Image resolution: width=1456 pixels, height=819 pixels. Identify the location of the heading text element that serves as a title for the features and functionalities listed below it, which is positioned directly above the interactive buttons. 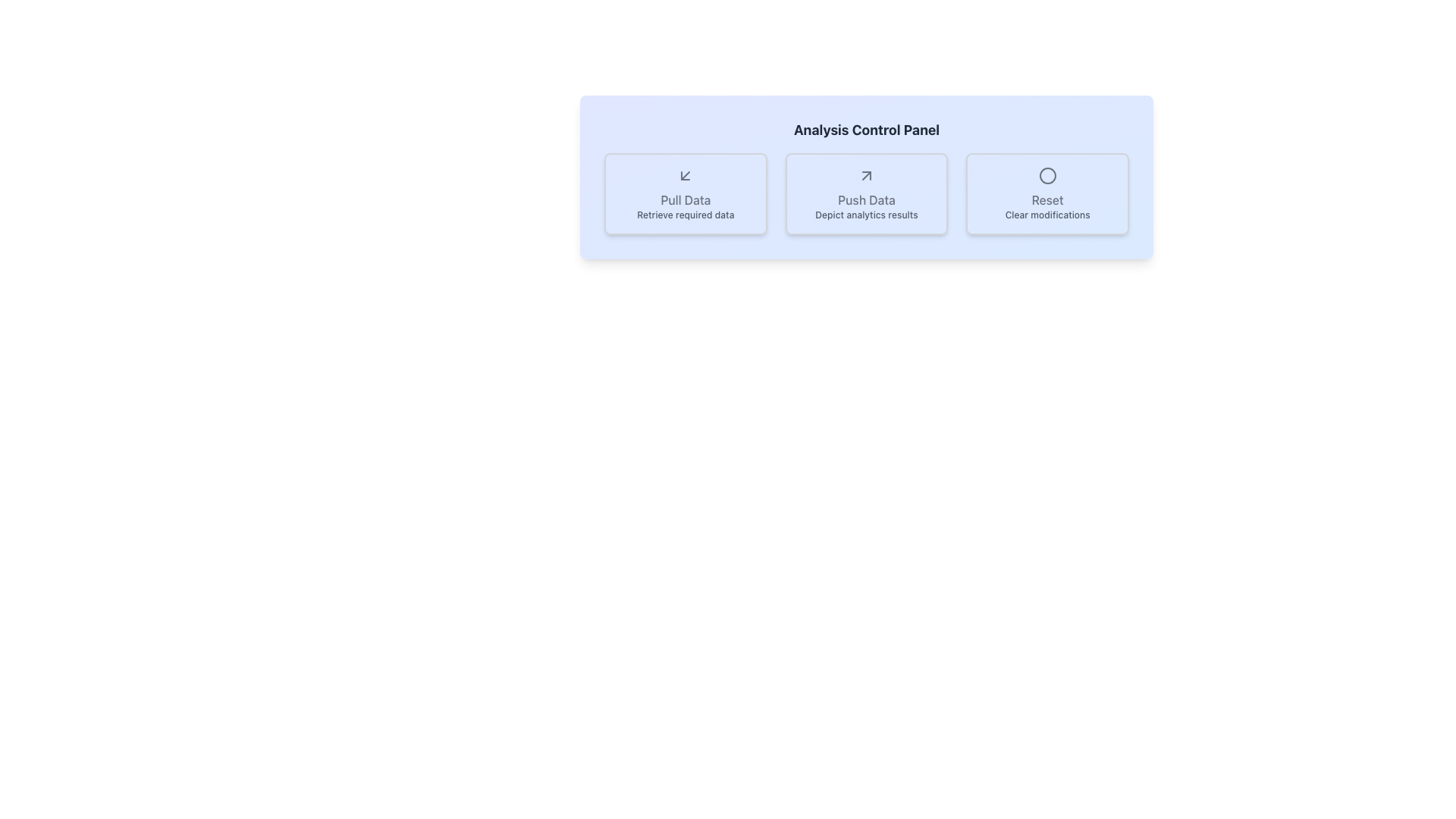
(866, 130).